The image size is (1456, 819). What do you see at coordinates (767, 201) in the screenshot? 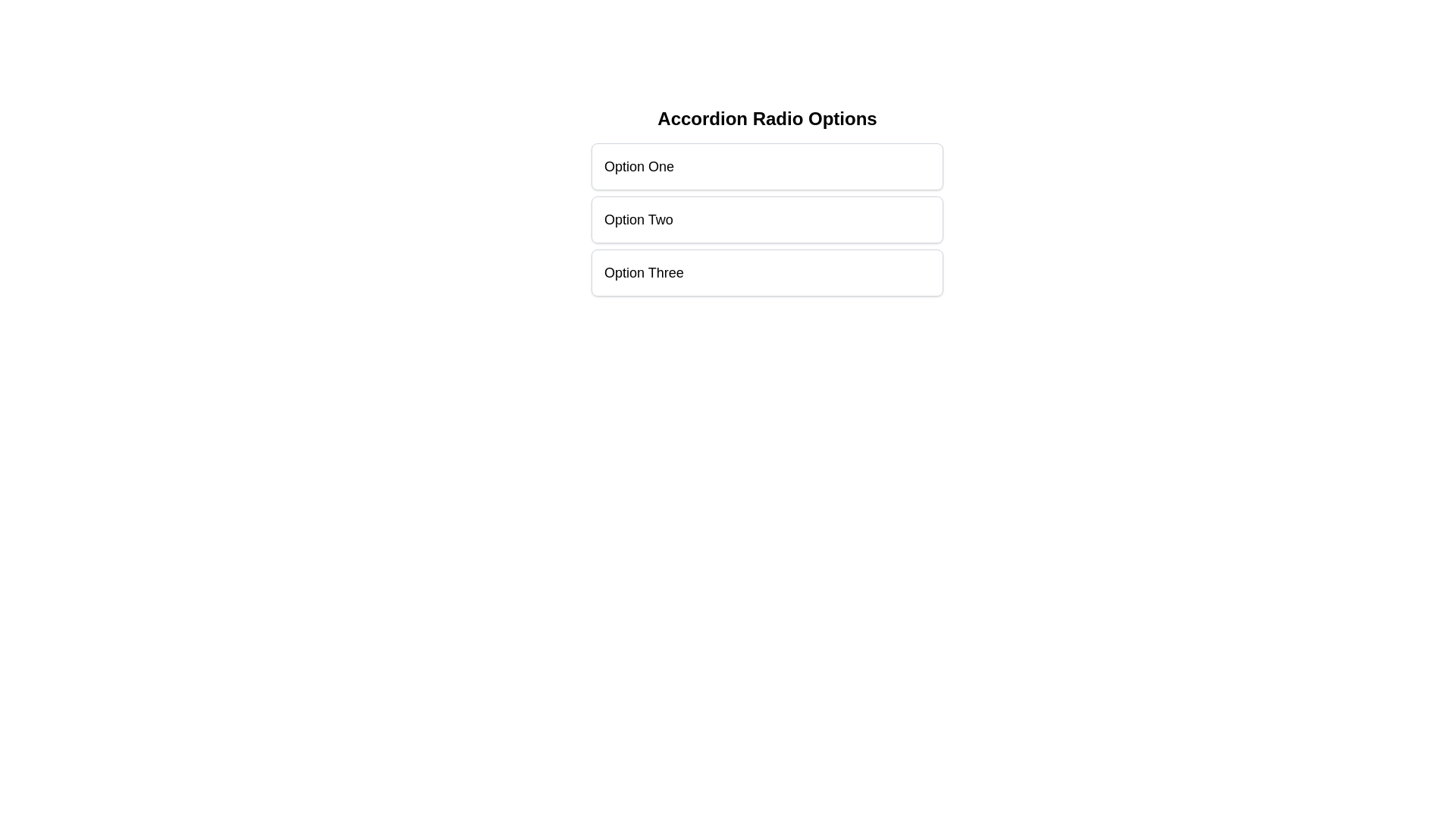
I see `the 'Option Two' radio button` at bounding box center [767, 201].